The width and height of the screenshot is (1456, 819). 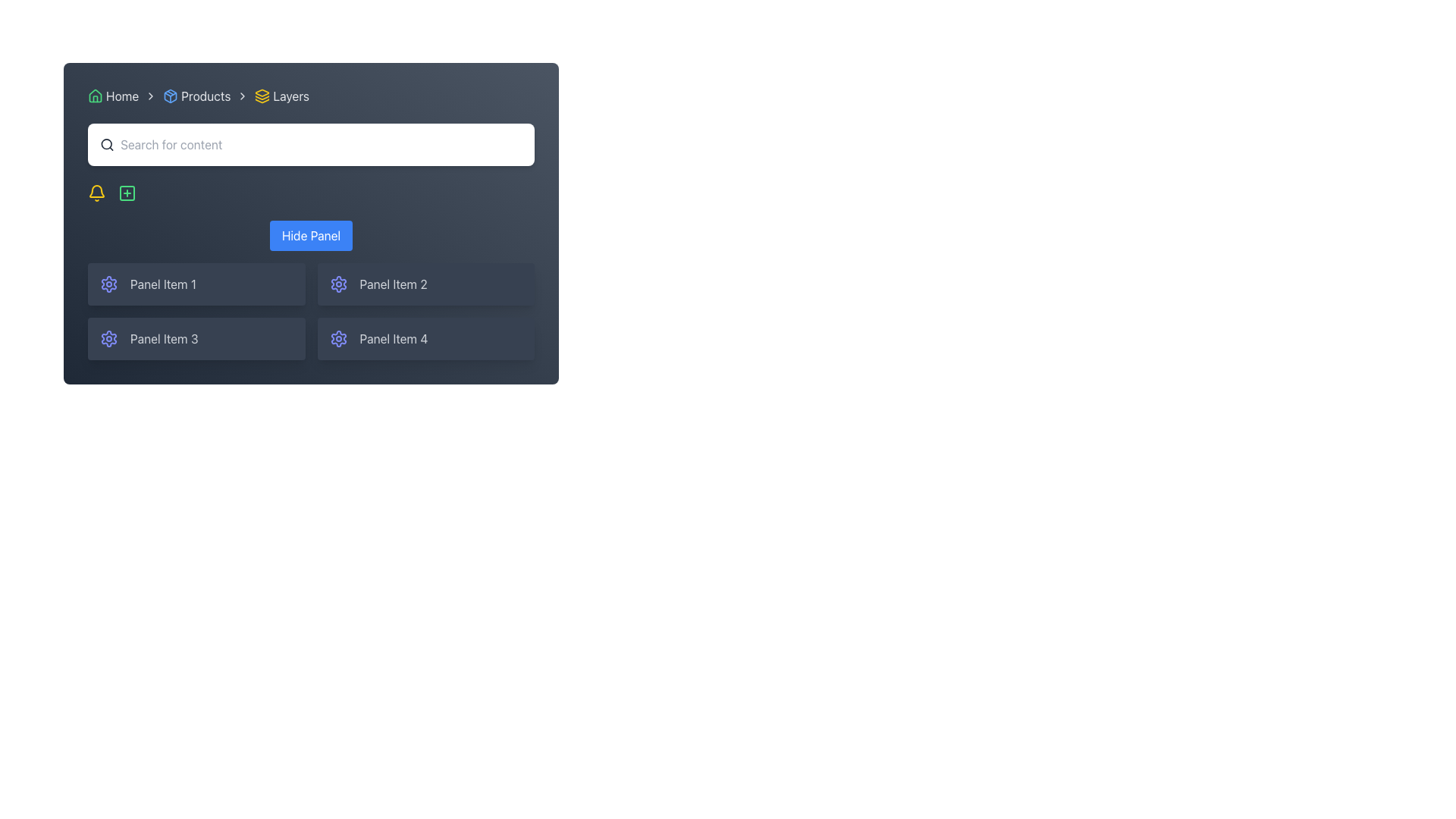 I want to click on the green home outline icon located at the far left of the breadcrumb navigation section, so click(x=94, y=96).